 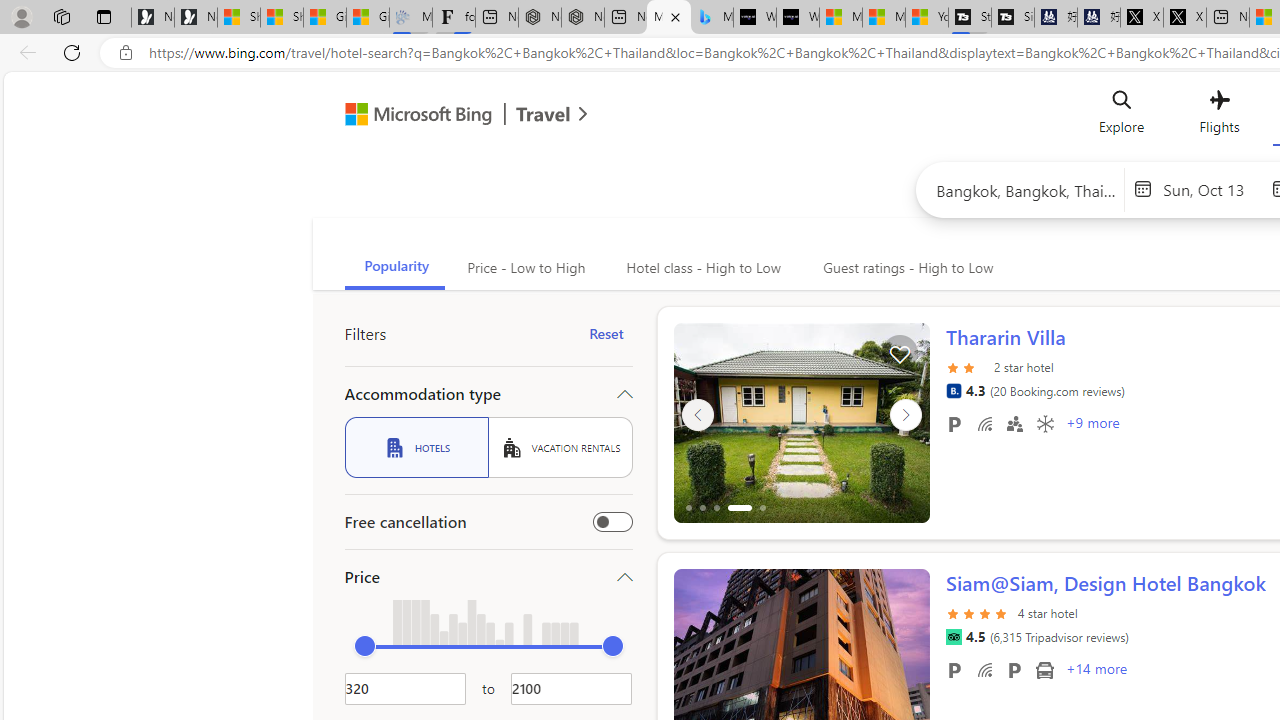 What do you see at coordinates (415, 446) in the screenshot?
I see `'HOTELS'` at bounding box center [415, 446].